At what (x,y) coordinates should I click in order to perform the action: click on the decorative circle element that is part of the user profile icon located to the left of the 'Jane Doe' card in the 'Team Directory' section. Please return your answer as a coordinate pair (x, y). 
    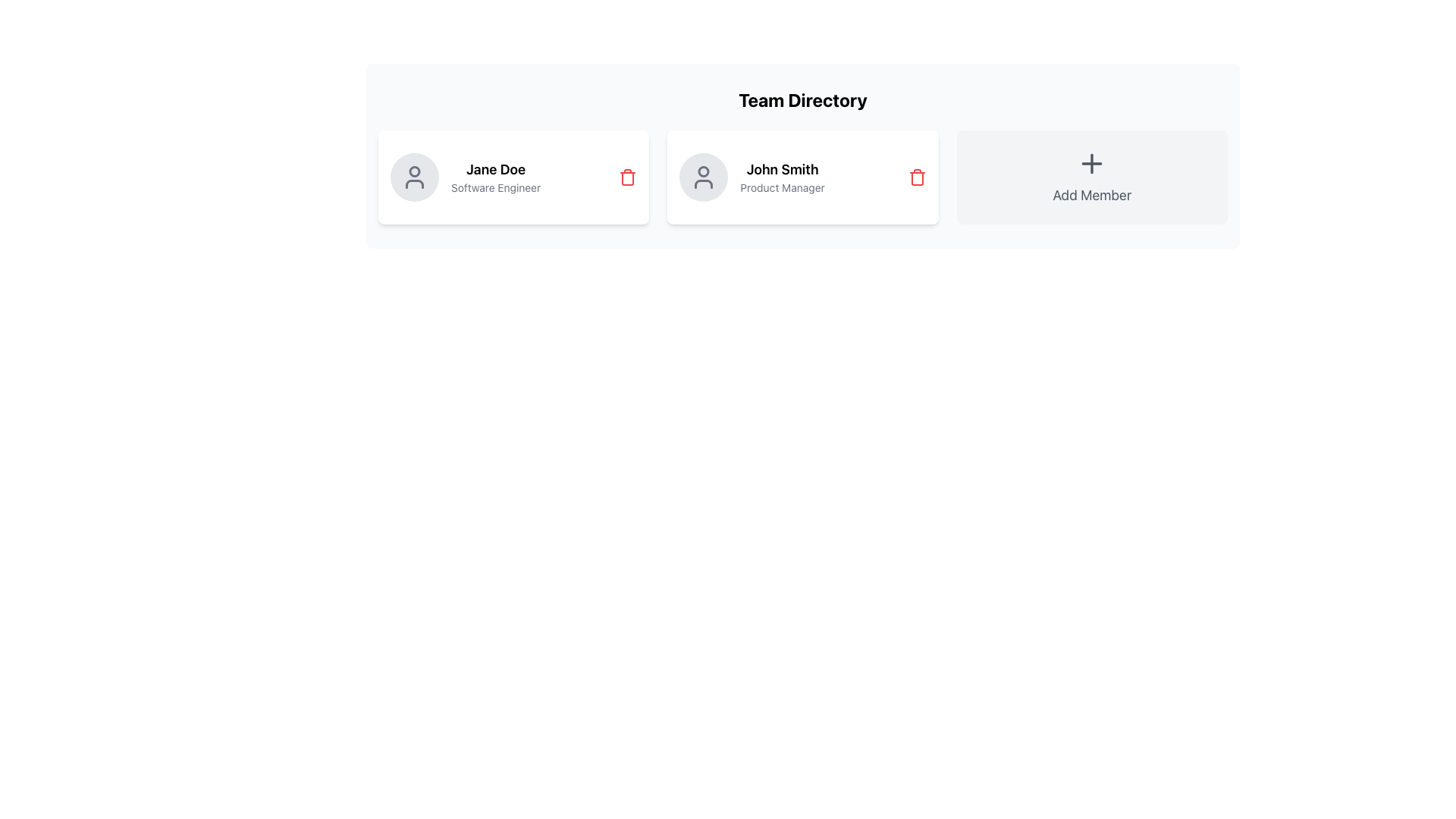
    Looking at the image, I should click on (415, 171).